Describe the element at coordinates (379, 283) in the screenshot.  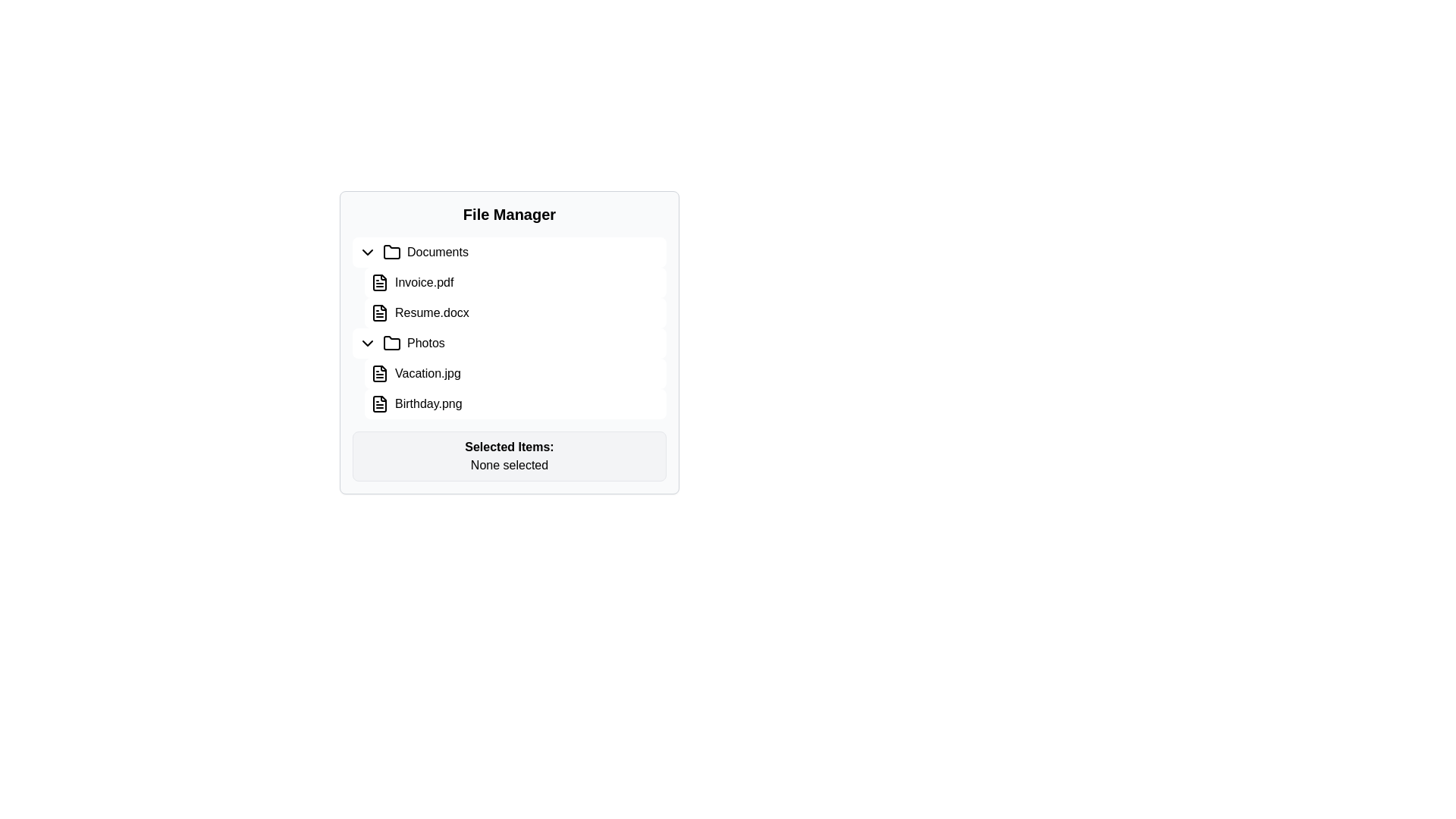
I see `the document icon representing 'Invoice.pdf' in the file manager` at that location.